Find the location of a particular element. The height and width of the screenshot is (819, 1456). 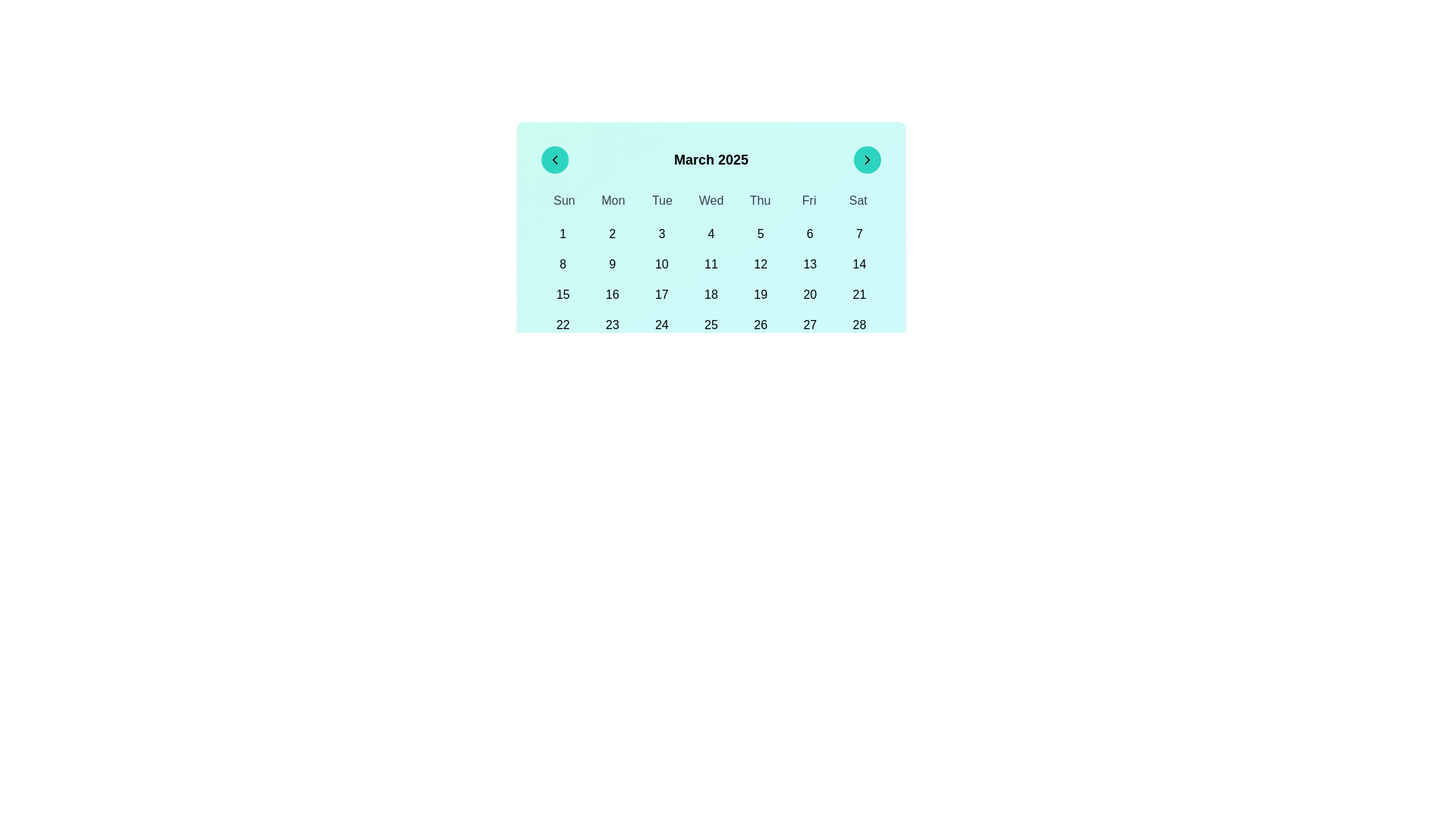

the navigational icon button located in the top-right corner of the calendar widget for keyboard interaction is located at coordinates (867, 160).